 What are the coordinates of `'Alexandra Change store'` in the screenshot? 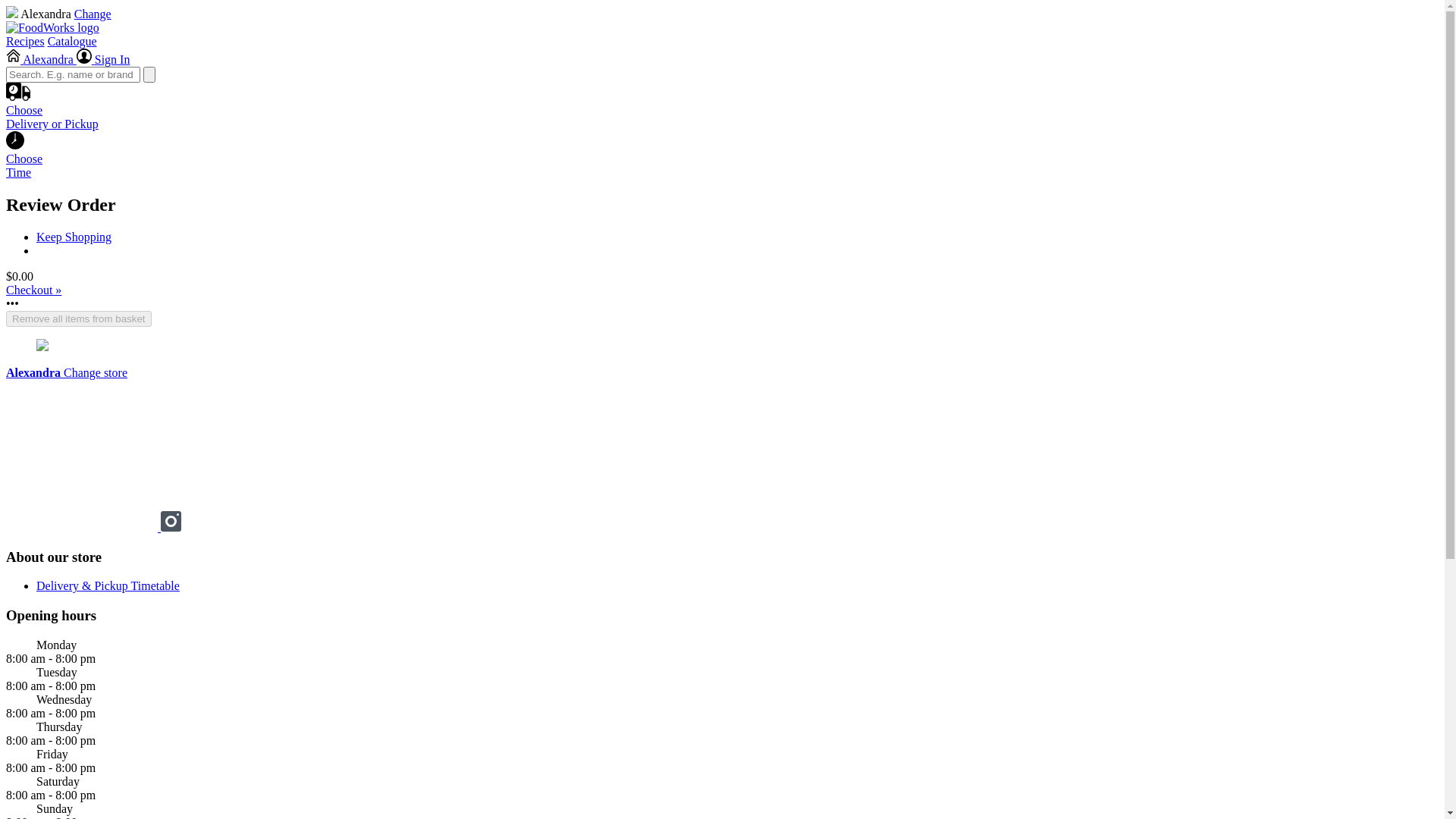 It's located at (6, 372).